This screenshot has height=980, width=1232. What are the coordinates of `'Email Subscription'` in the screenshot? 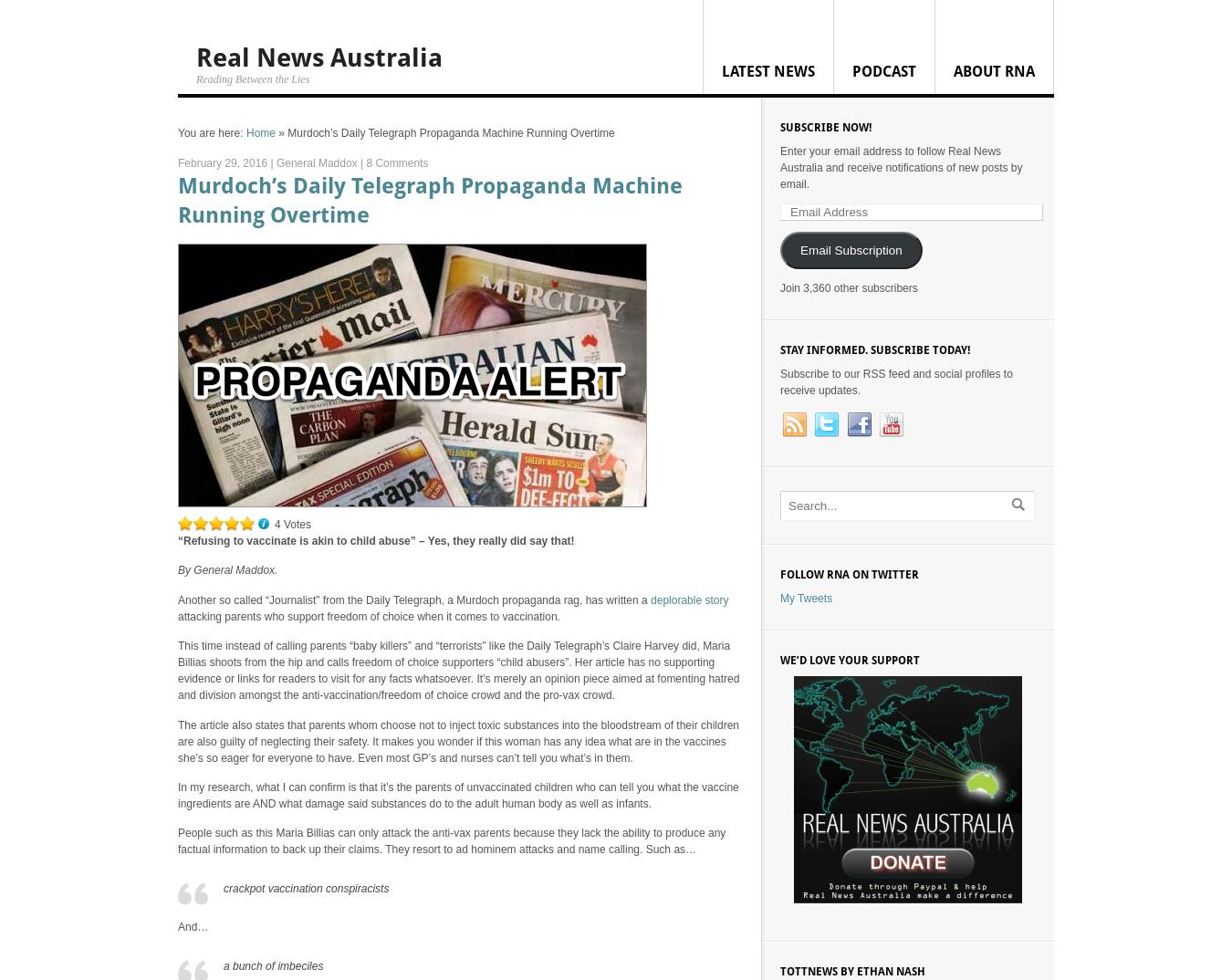 It's located at (850, 250).